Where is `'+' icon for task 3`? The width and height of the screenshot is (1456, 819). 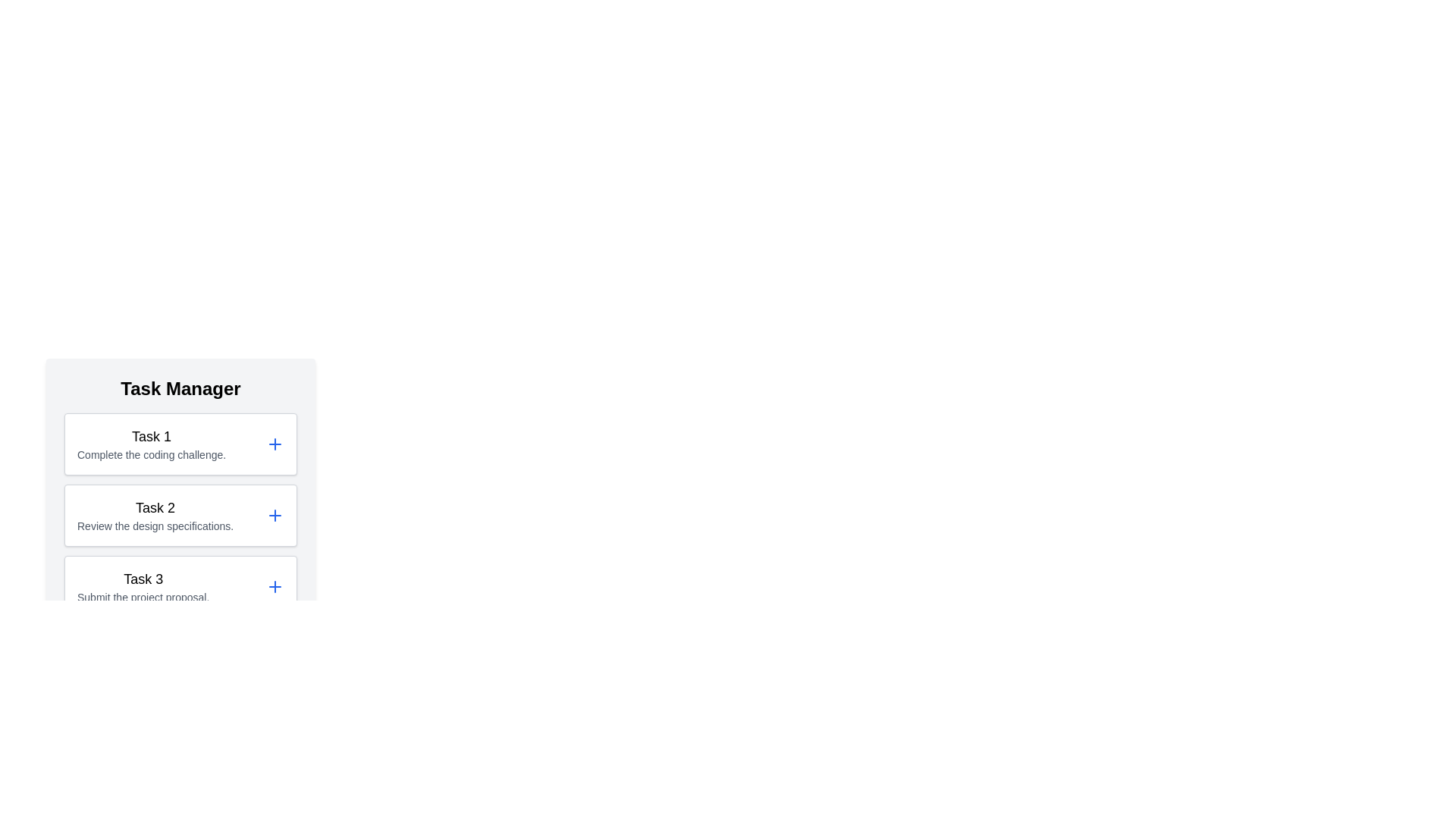 '+' icon for task 3 is located at coordinates (275, 586).